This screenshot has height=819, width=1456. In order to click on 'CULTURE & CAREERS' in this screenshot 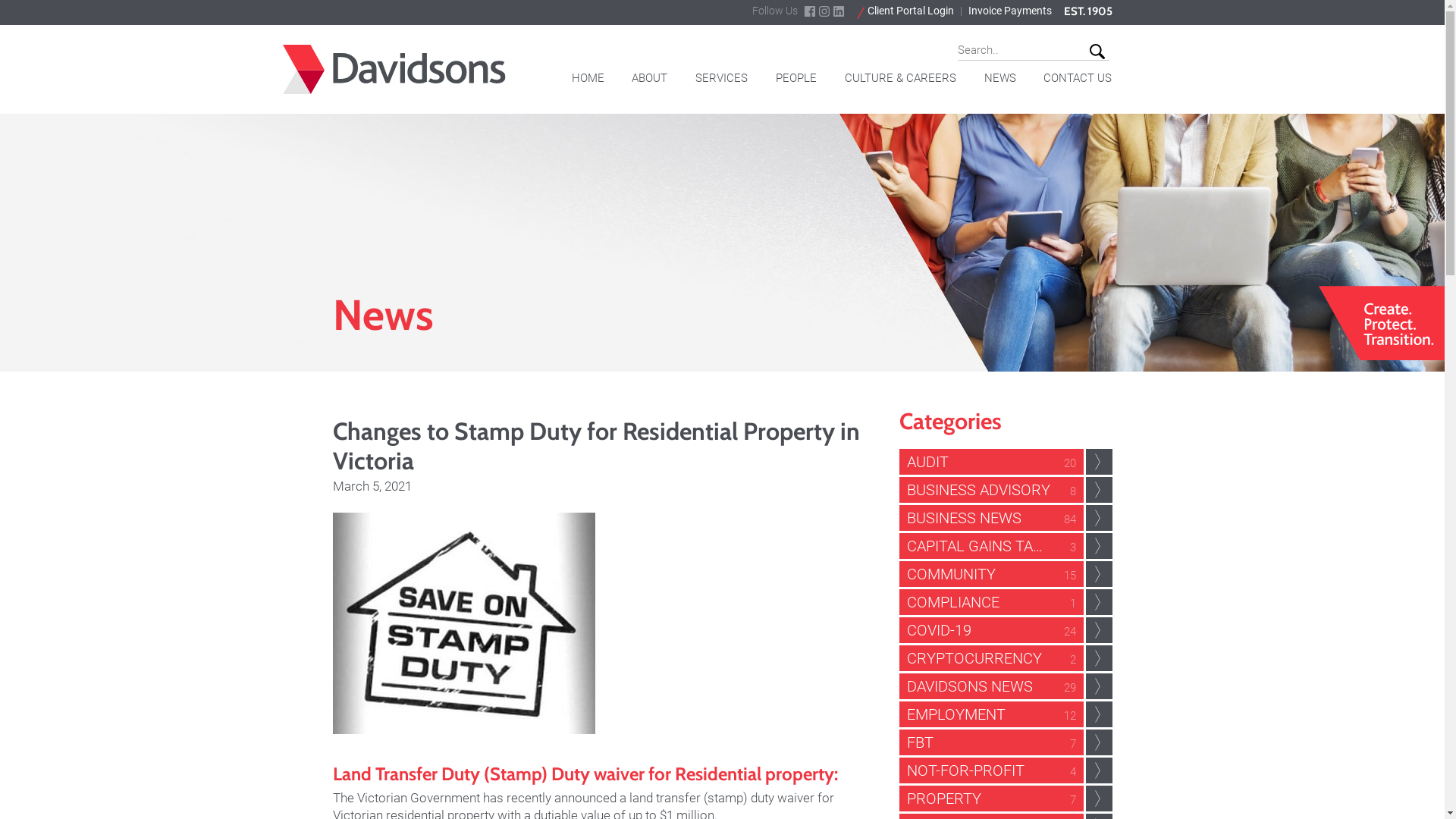, I will do `click(843, 82)`.